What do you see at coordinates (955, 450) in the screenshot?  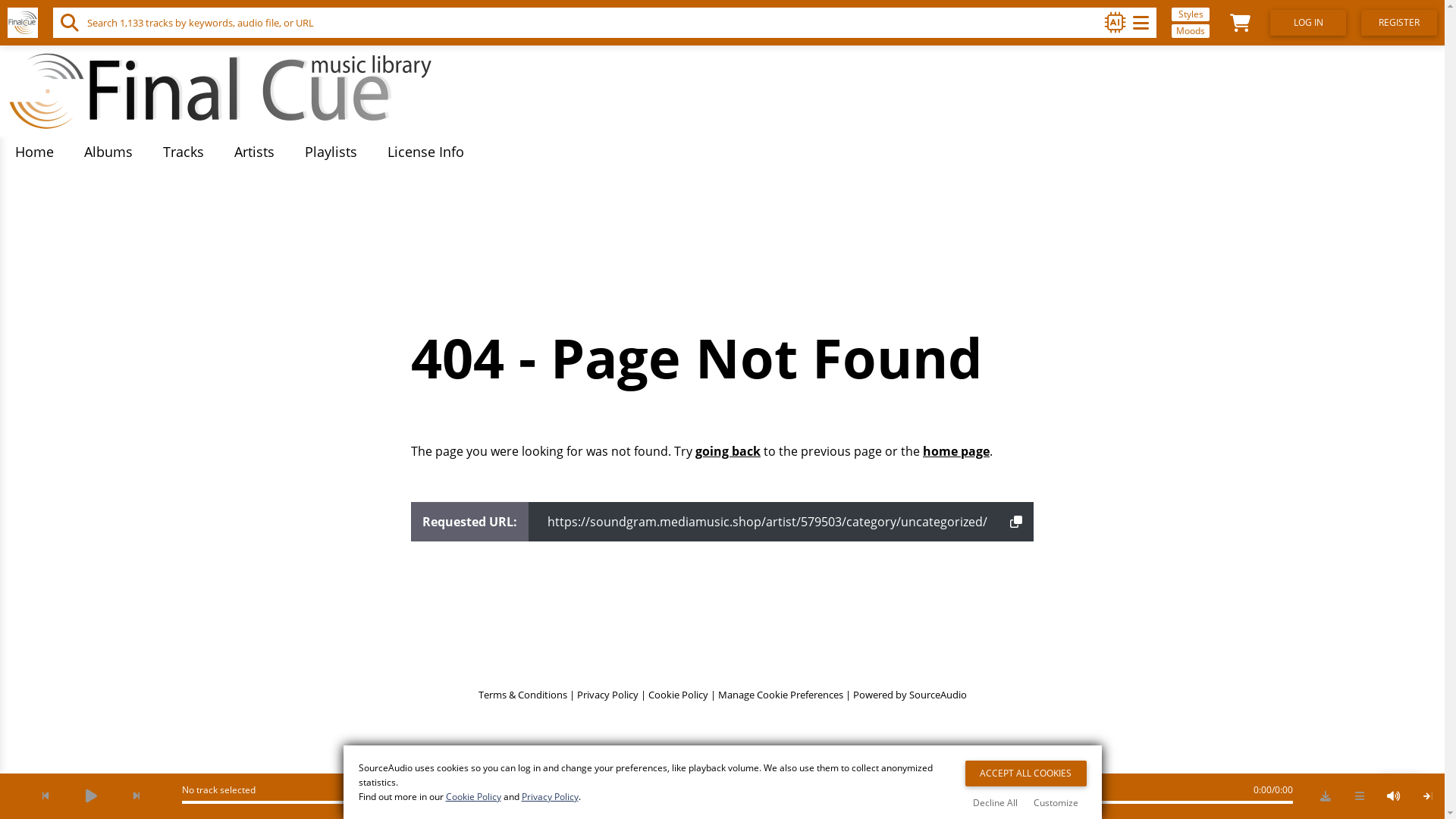 I see `'home page'` at bounding box center [955, 450].